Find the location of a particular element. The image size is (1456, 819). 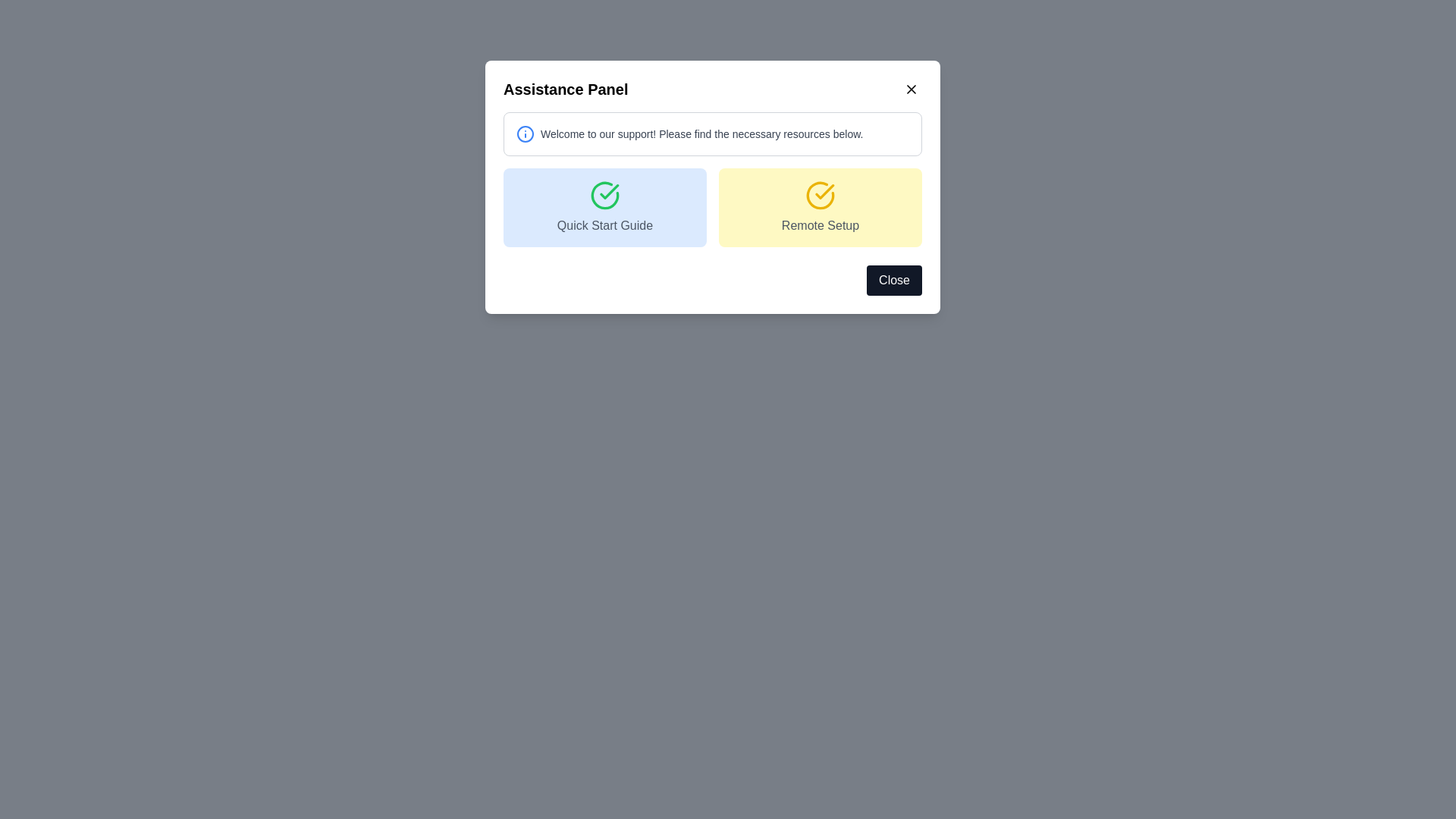

the 'X' button in the upper-right corner of the 'Assistance Panel' is located at coordinates (910, 89).